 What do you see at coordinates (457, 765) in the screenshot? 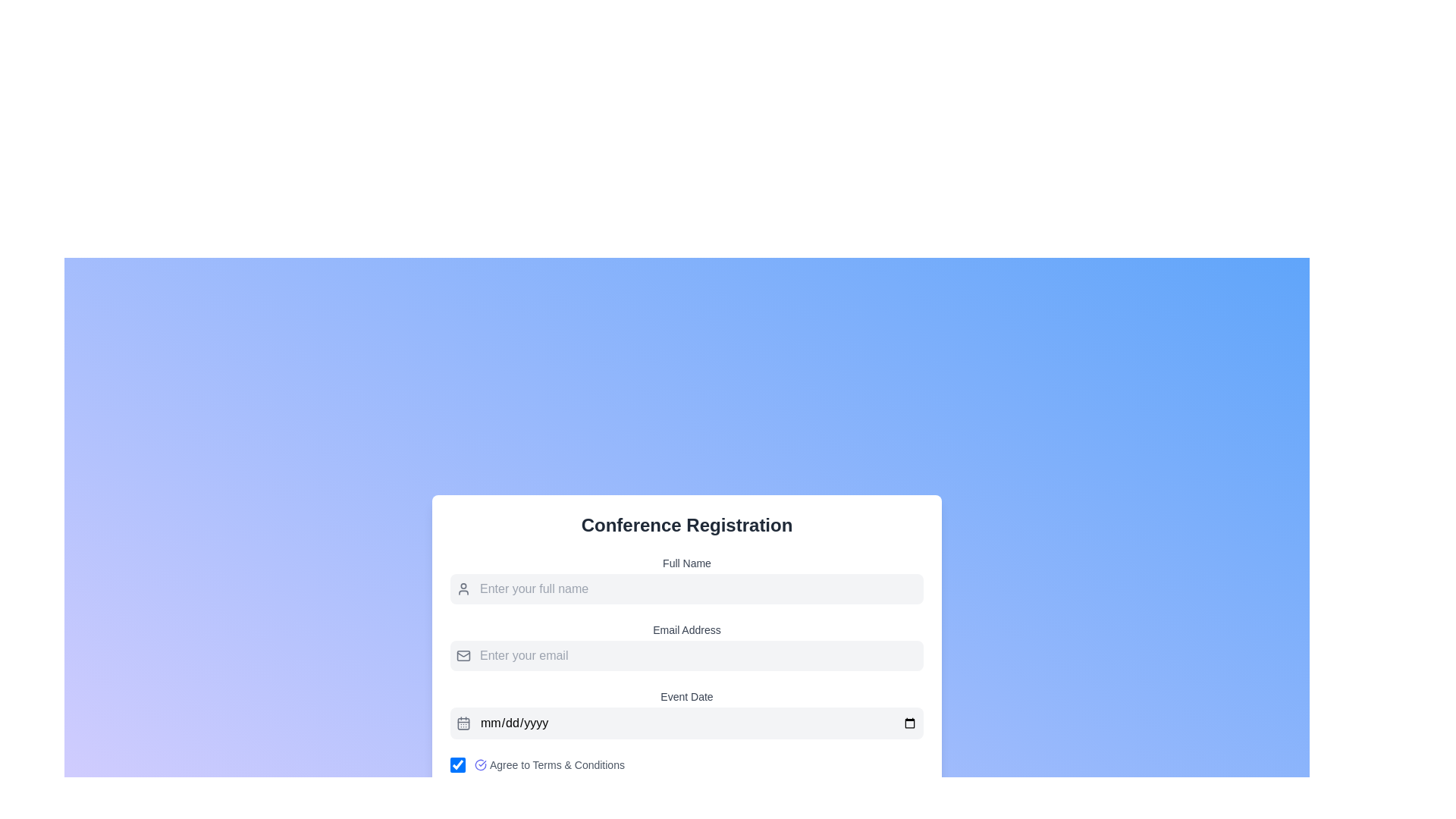
I see `the checkbox` at bounding box center [457, 765].